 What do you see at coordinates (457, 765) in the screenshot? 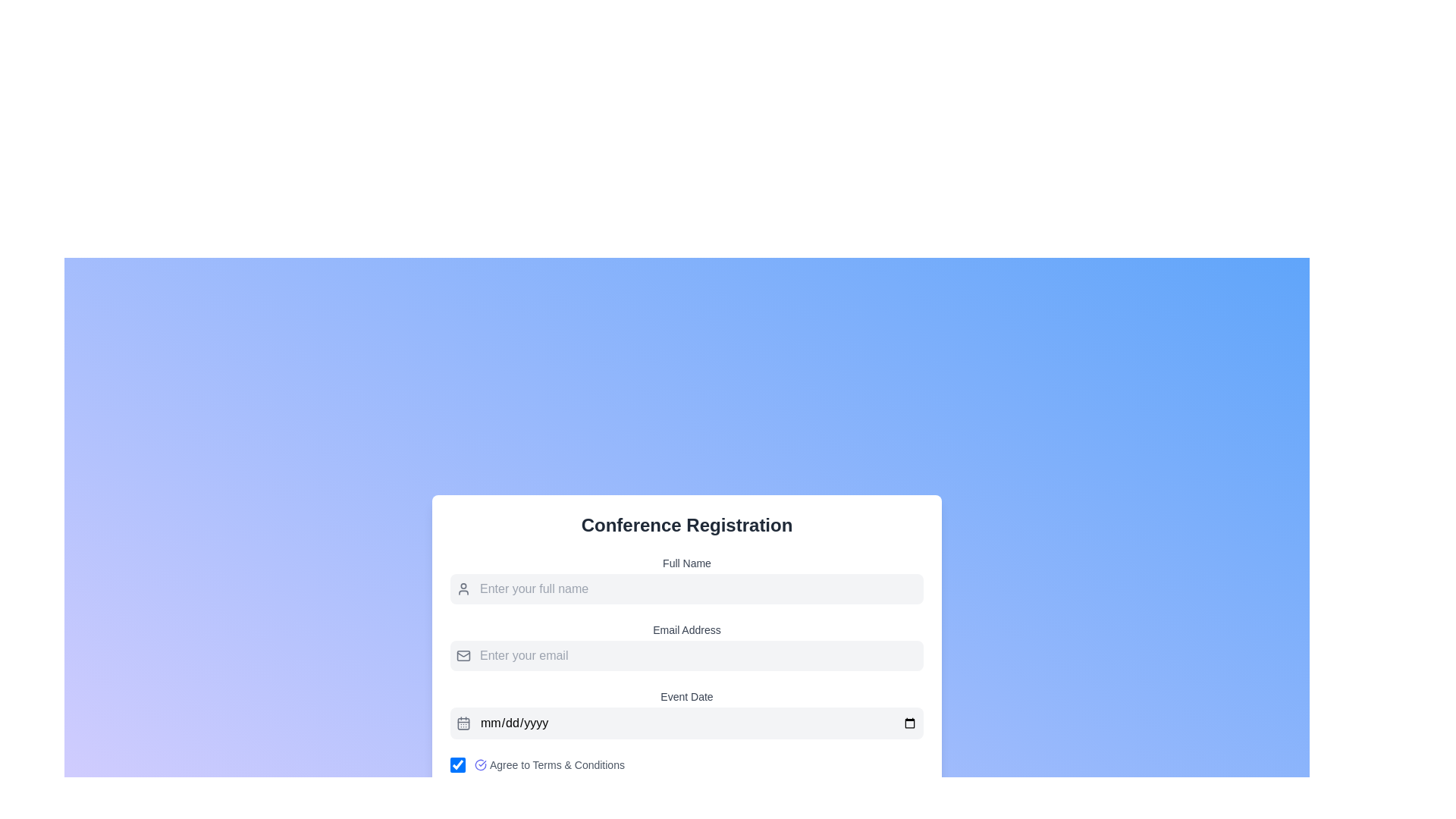
I see `the checkbox` at bounding box center [457, 765].